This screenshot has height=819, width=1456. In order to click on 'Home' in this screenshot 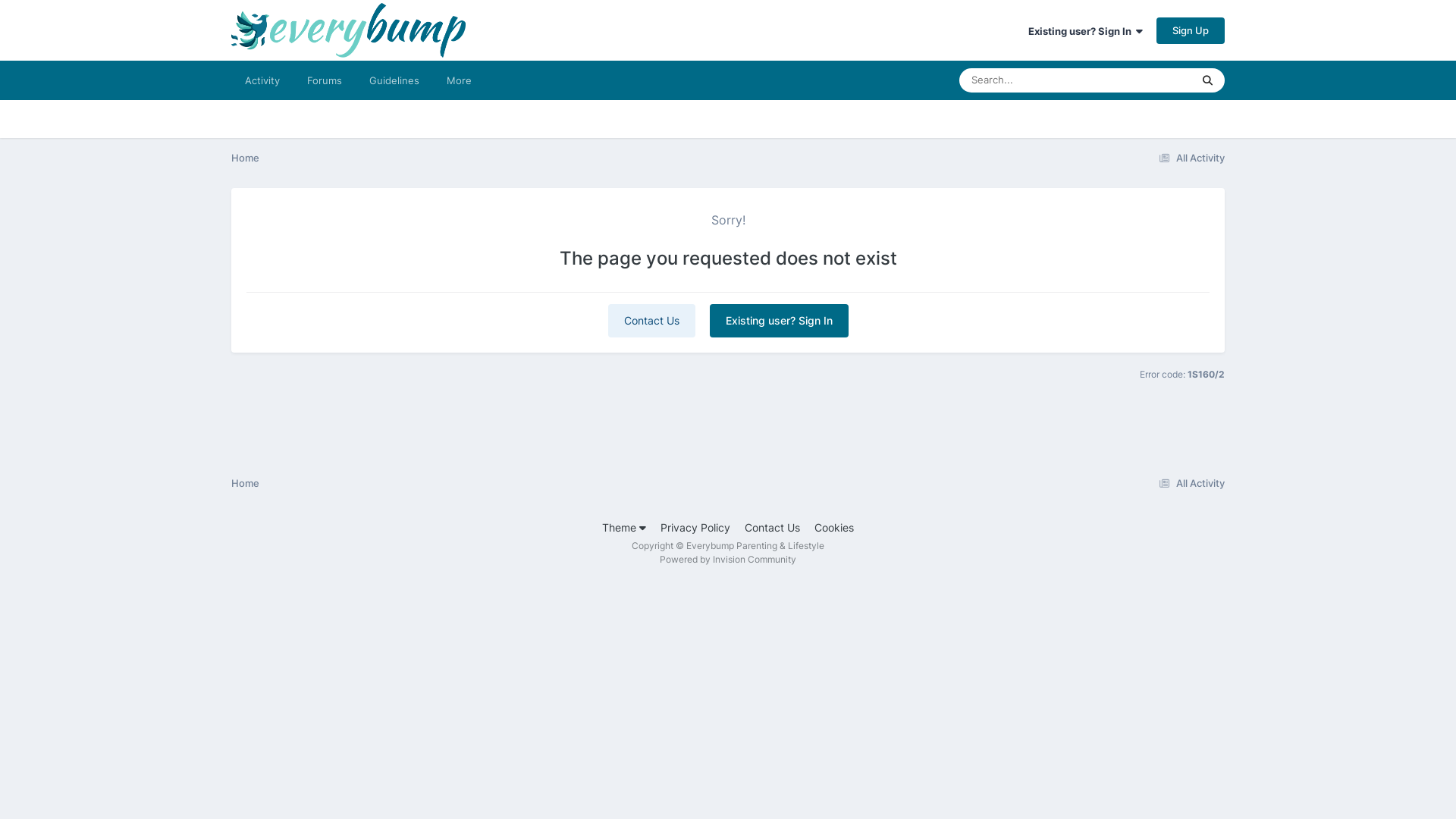, I will do `click(245, 158)`.